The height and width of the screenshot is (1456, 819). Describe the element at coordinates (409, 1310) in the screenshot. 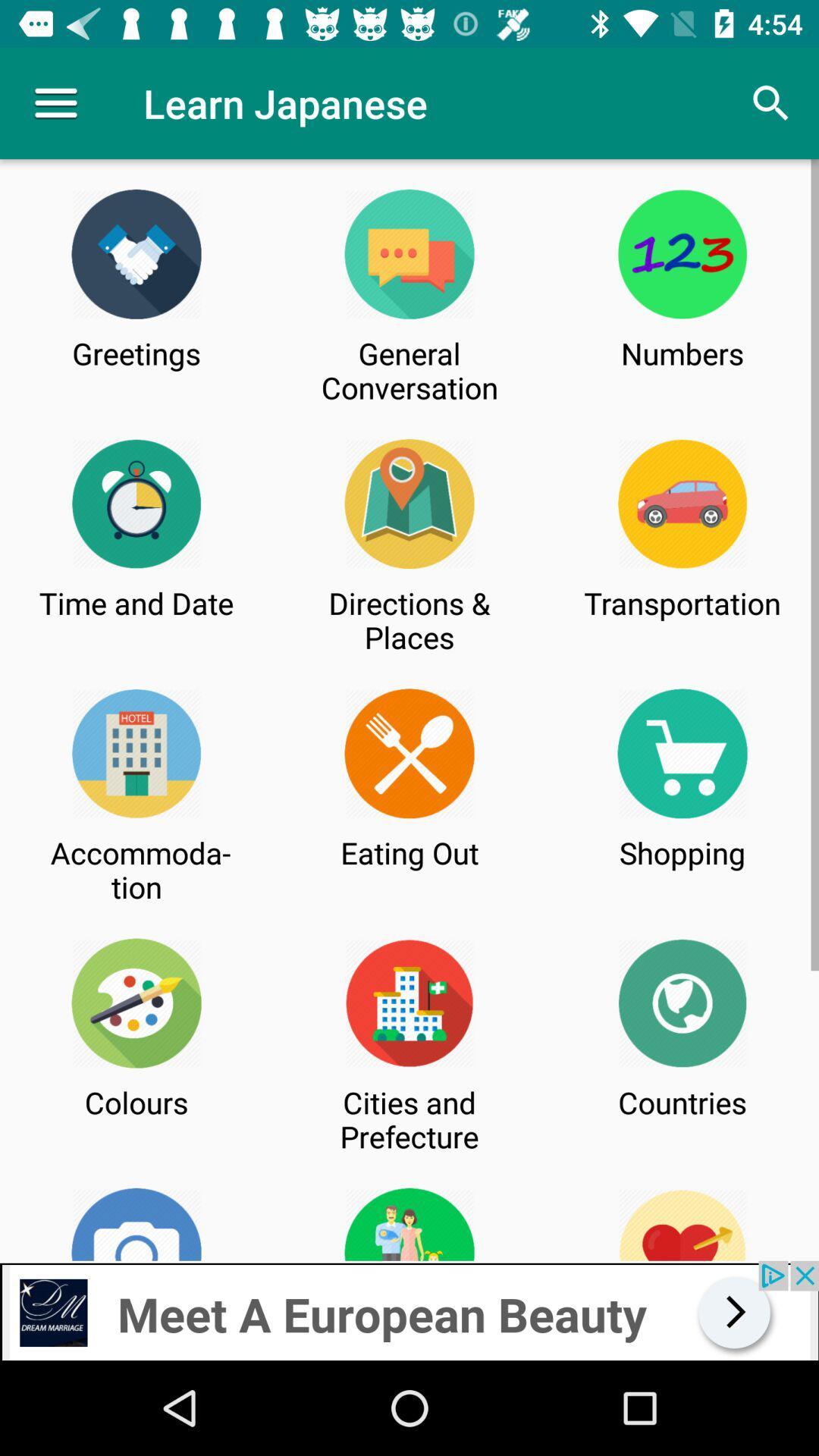

I see `meet a european beauty` at that location.